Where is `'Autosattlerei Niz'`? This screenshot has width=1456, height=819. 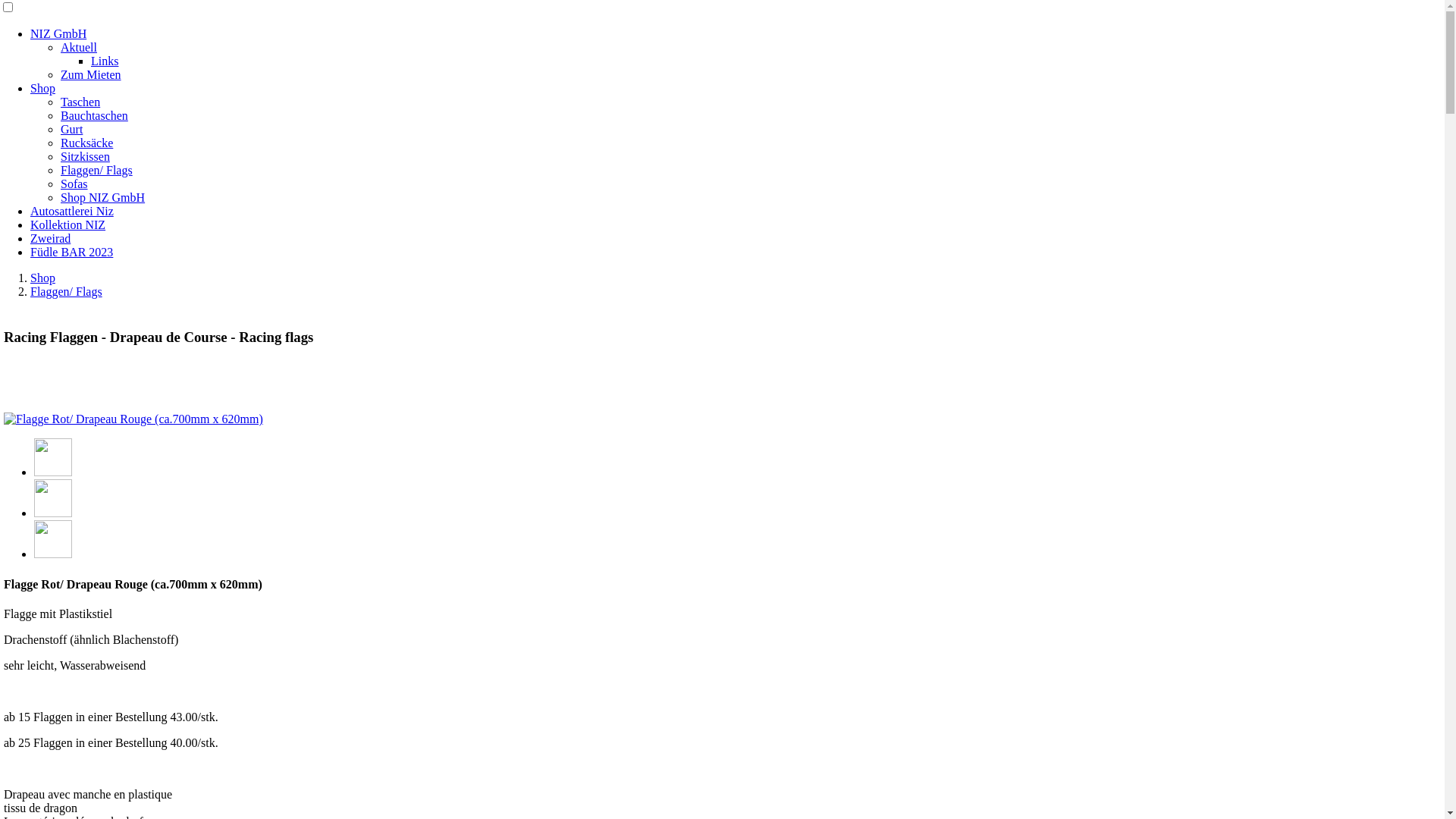 'Autosattlerei Niz' is located at coordinates (71, 211).